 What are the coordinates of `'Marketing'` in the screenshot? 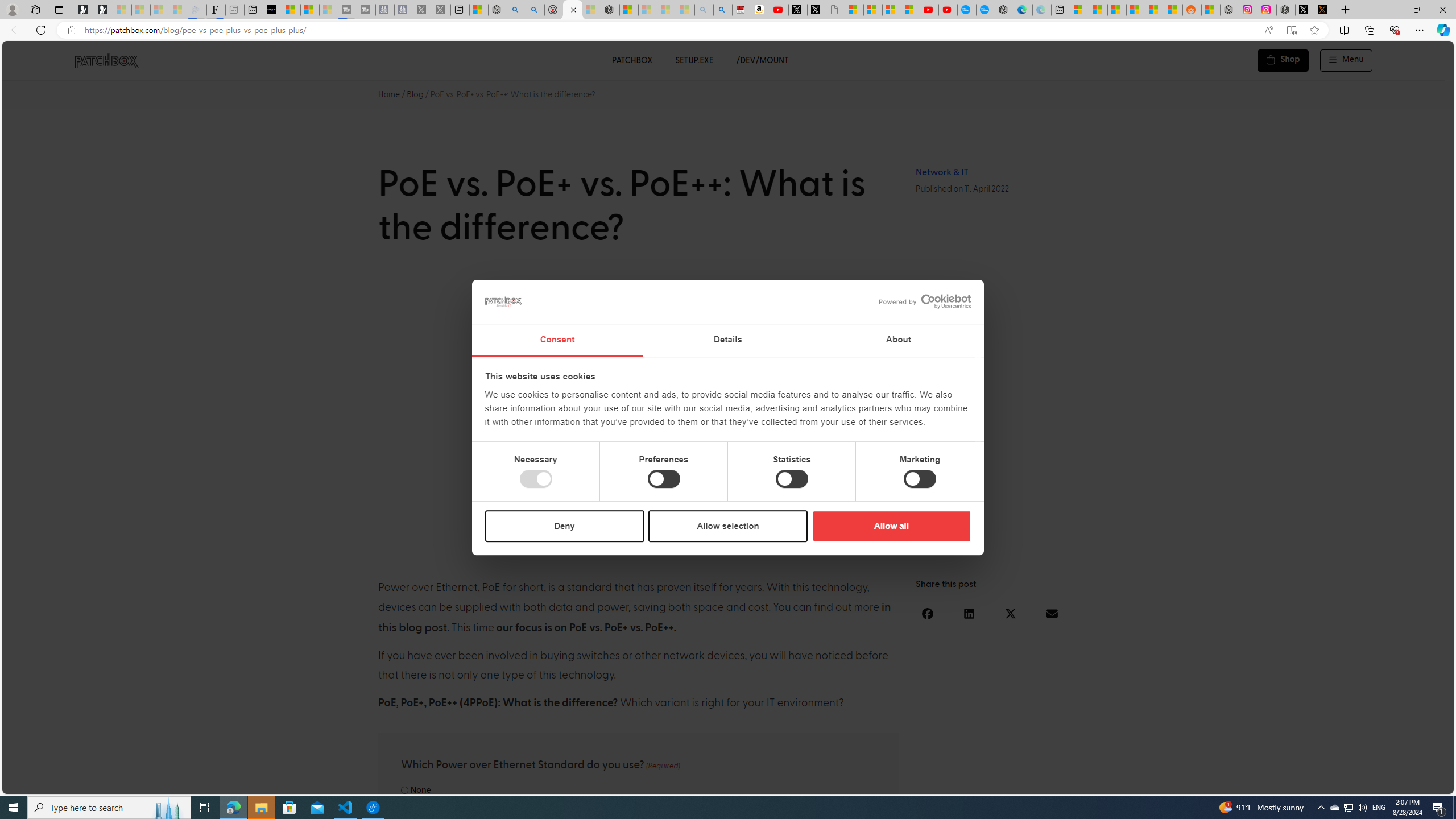 It's located at (920, 479).